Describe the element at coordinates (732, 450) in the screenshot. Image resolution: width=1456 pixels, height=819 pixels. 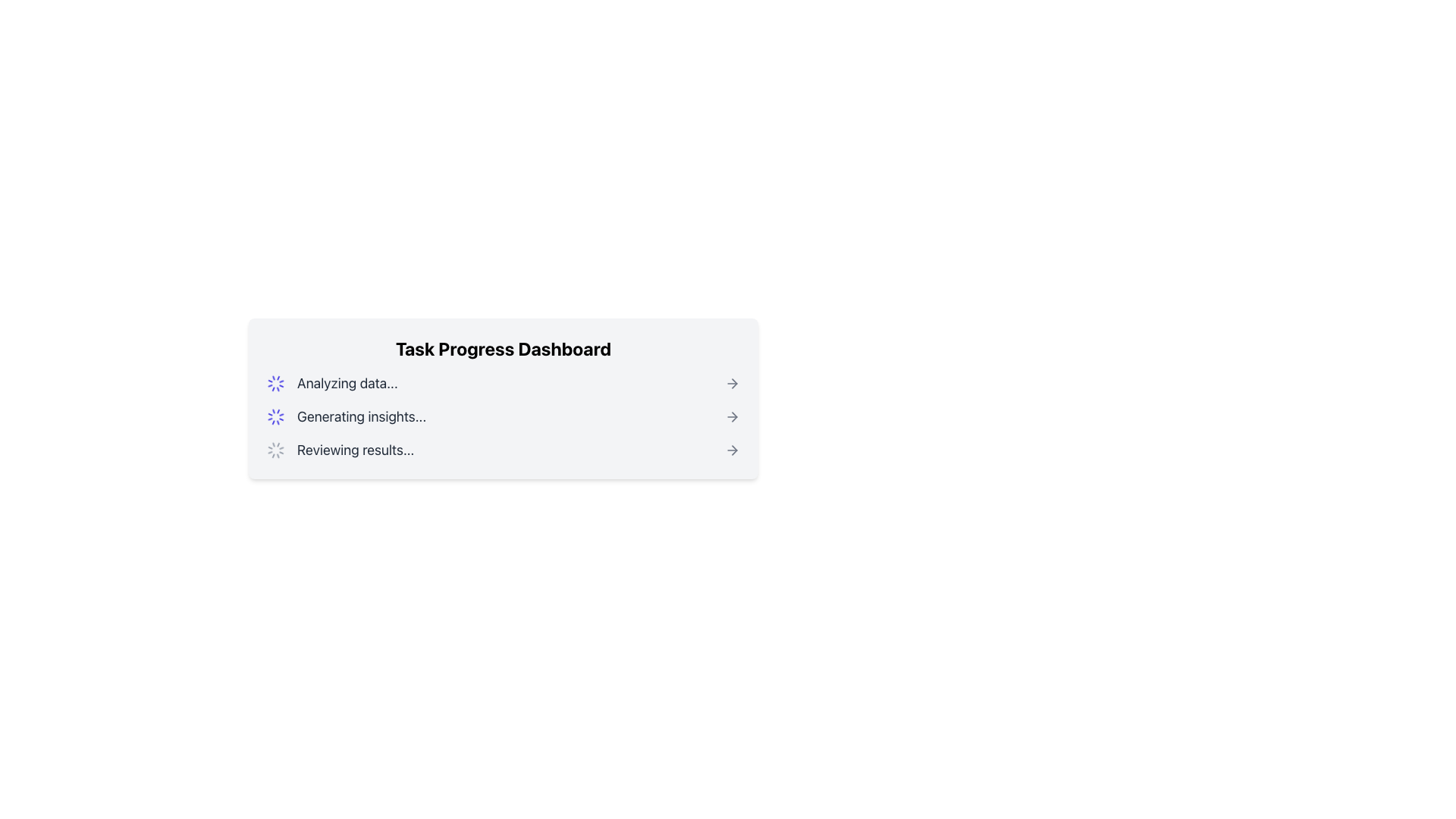
I see `the navigational icon (SVG Element) located at the far right of the 'Reviewing results...' text in the Task Progress Dashboard` at that location.